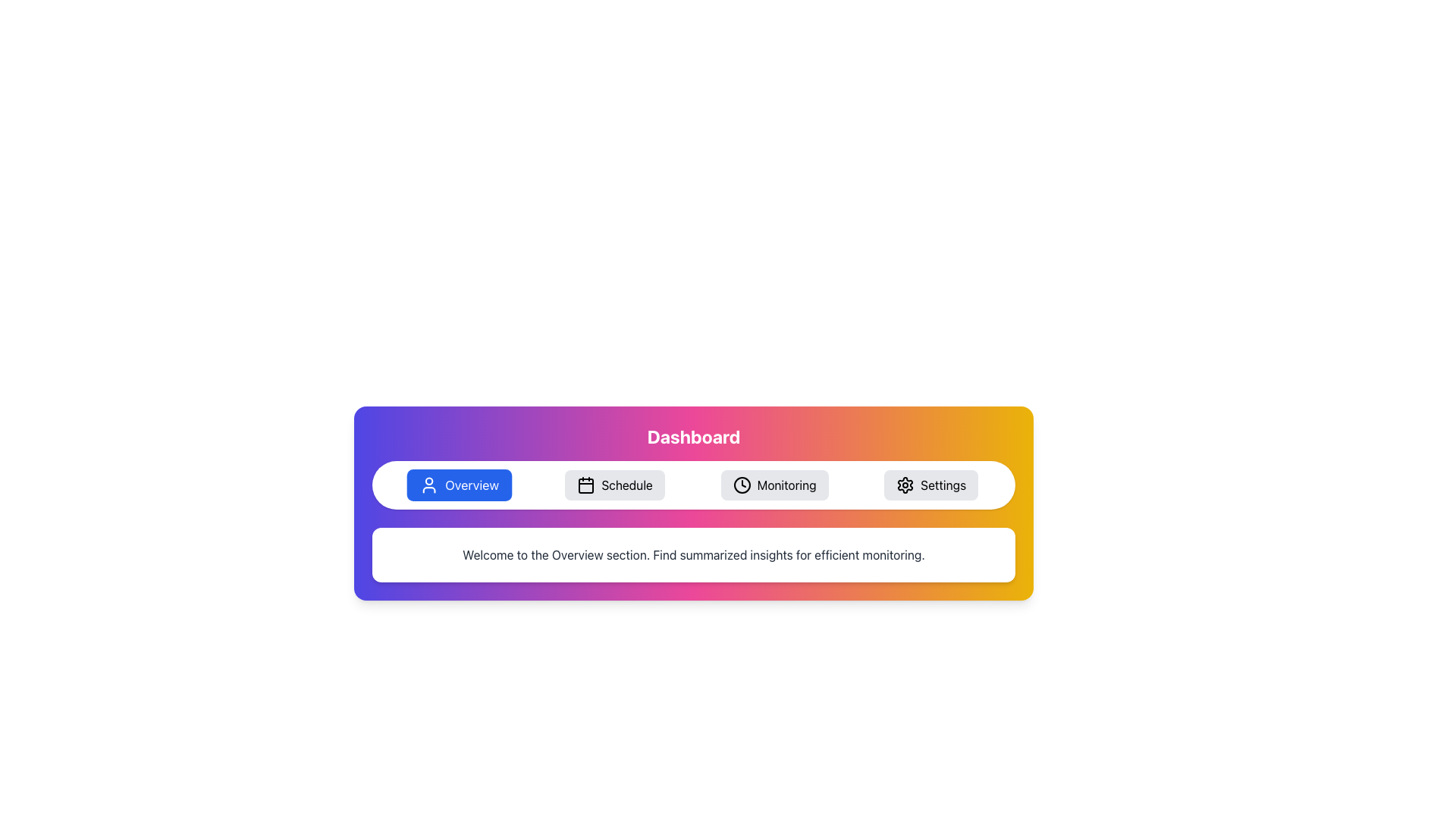 The width and height of the screenshot is (1456, 819). I want to click on the navigation button located on the leftmost side of the horizontal row beneath the 'Dashboard' section header, so click(458, 485).